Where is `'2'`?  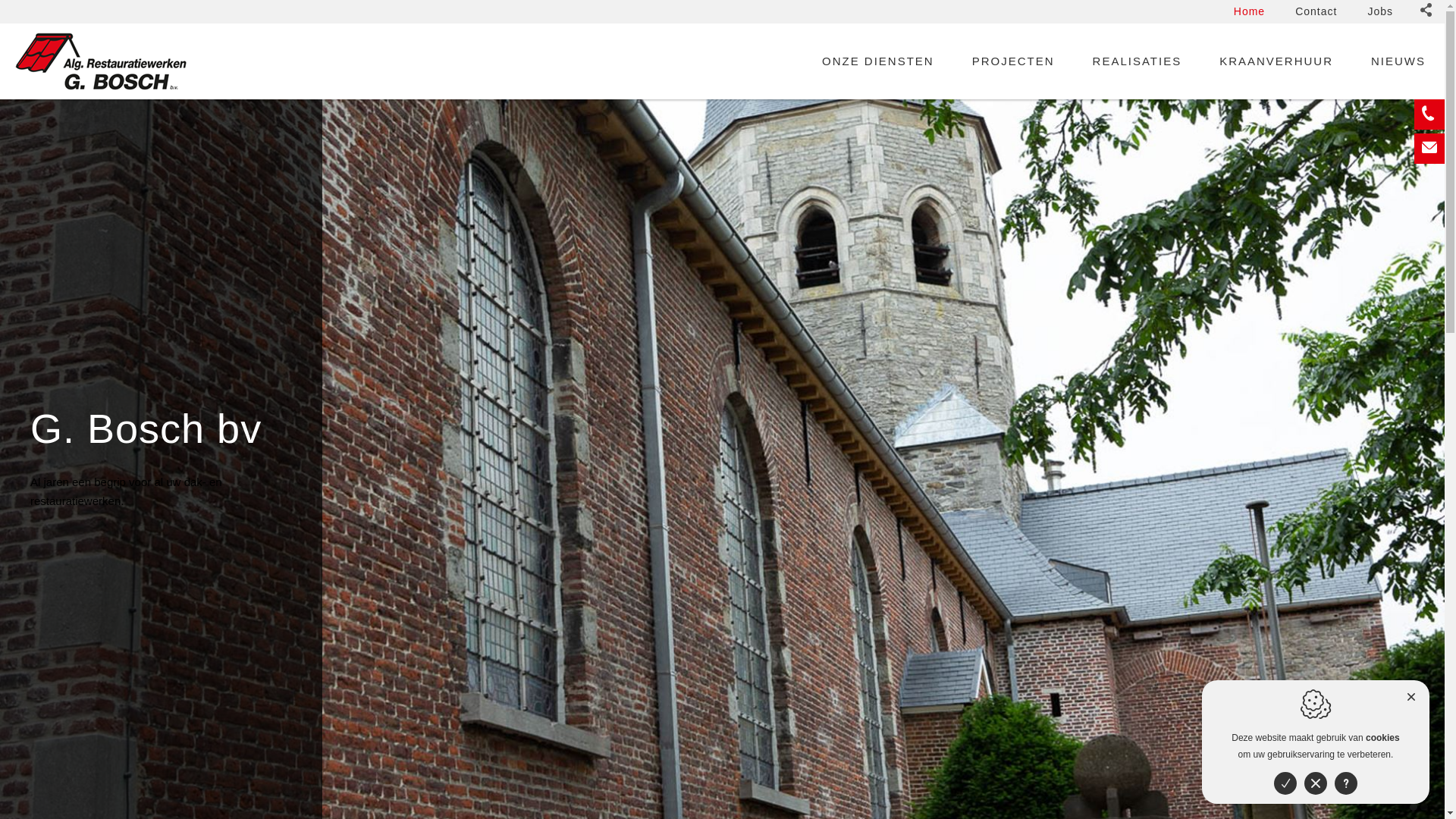 '2' is located at coordinates (1423, 805).